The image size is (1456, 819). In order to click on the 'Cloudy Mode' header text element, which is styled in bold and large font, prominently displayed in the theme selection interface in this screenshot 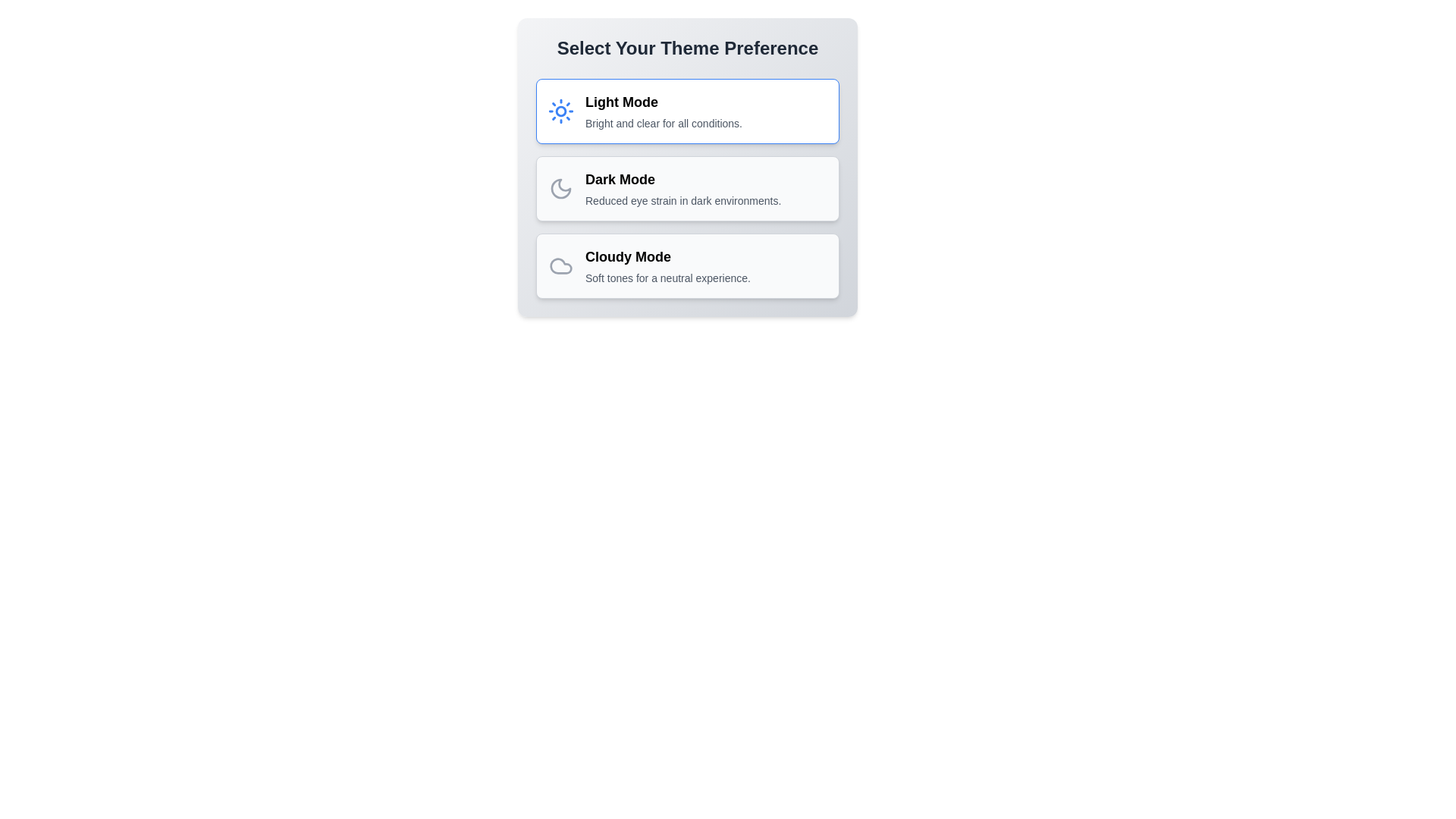, I will do `click(667, 256)`.